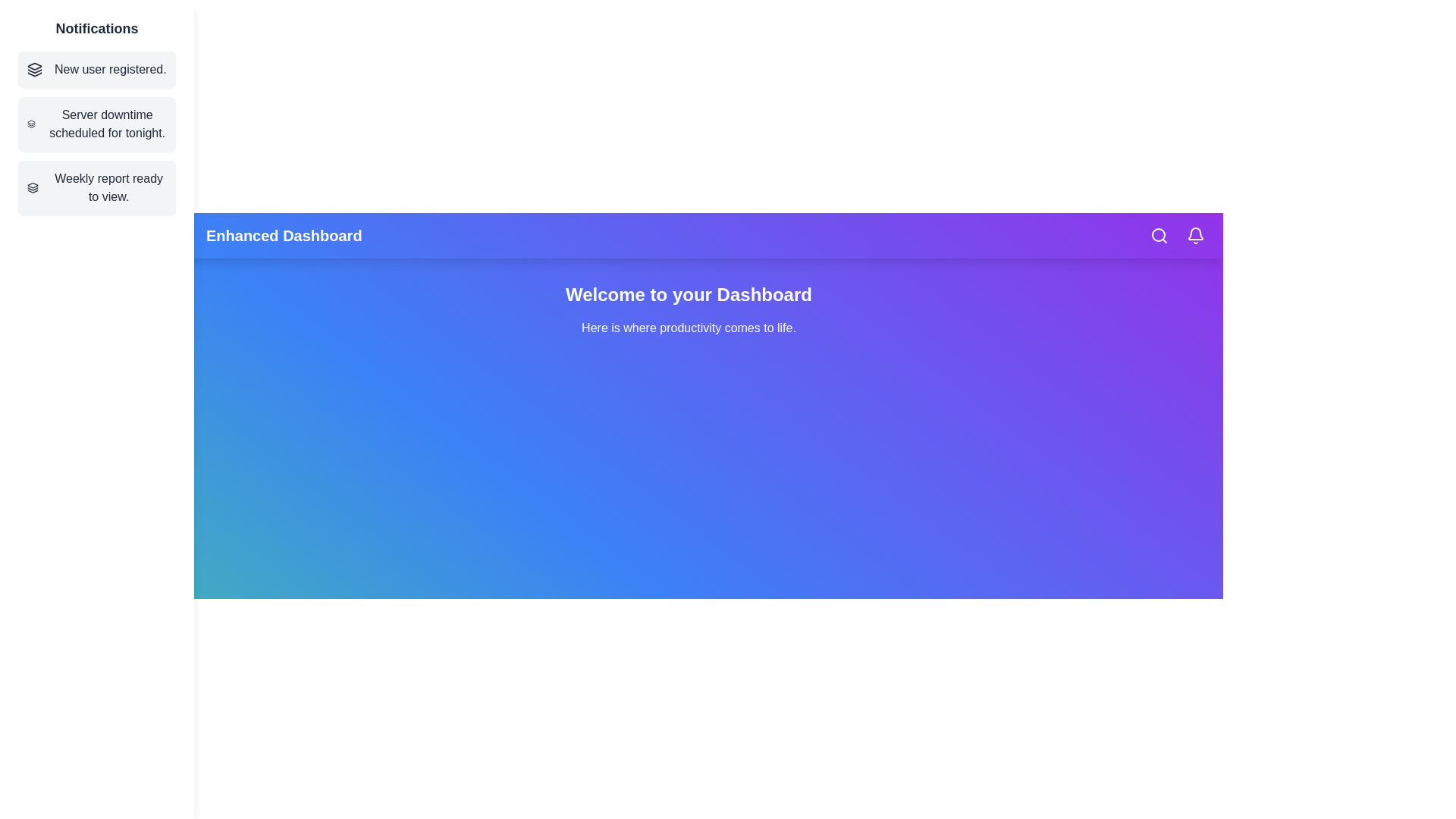  What do you see at coordinates (1159, 236) in the screenshot?
I see `the search icon to initiate a search` at bounding box center [1159, 236].